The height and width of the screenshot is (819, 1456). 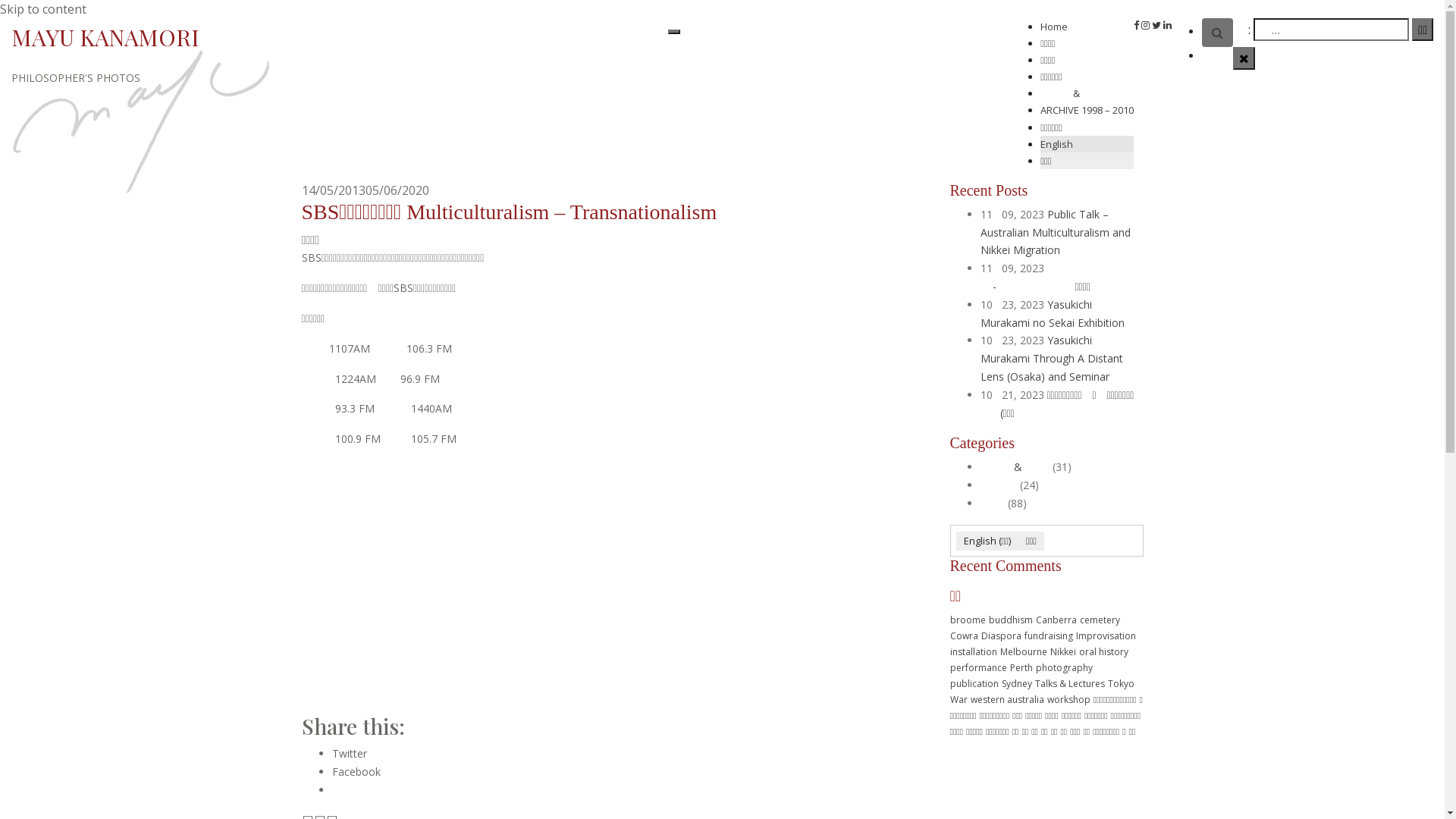 I want to click on 'Home', so click(x=1053, y=26).